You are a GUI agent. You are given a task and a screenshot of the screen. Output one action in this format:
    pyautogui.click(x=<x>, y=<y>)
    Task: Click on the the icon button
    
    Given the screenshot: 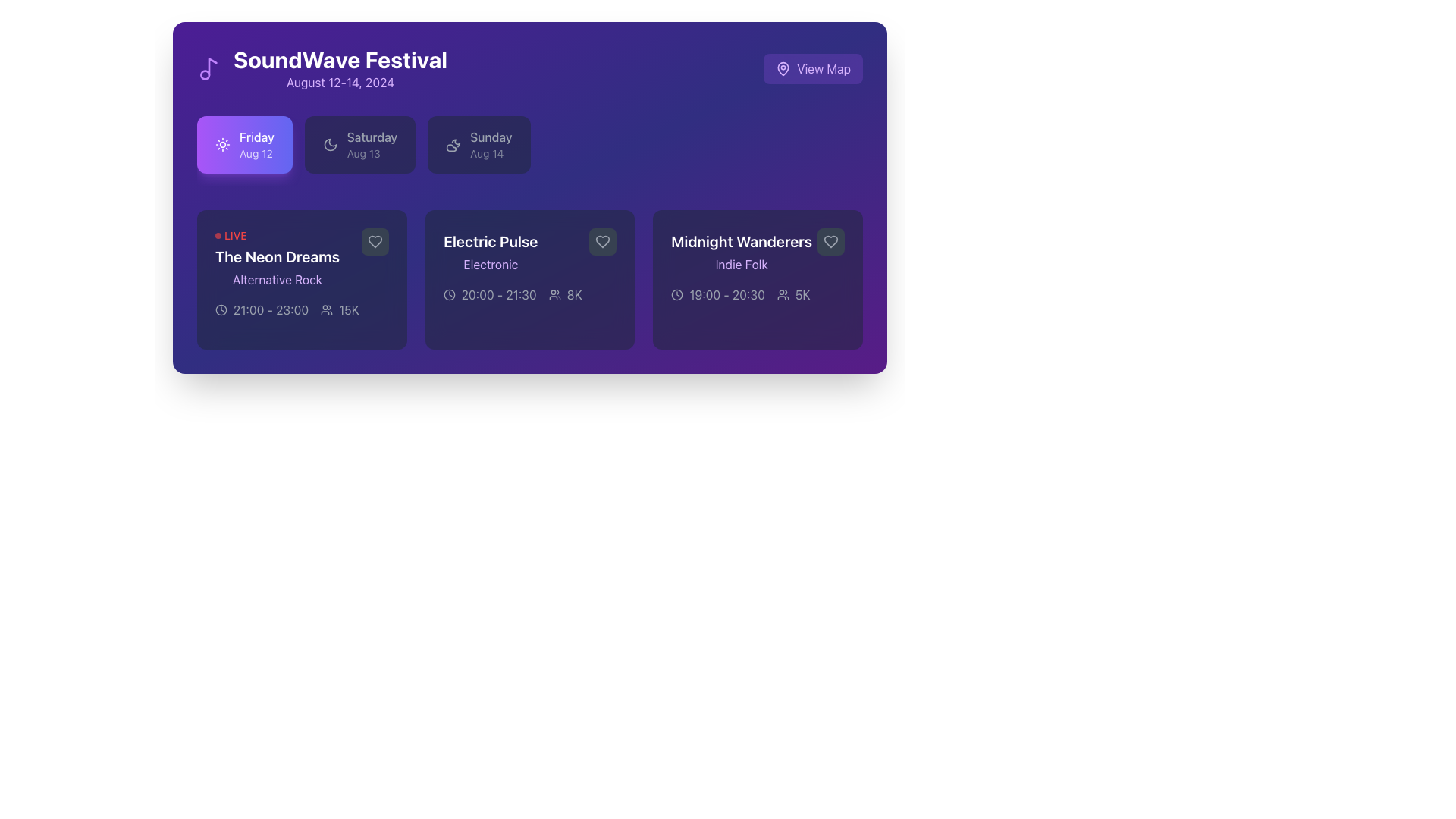 What is the action you would take?
    pyautogui.click(x=830, y=241)
    